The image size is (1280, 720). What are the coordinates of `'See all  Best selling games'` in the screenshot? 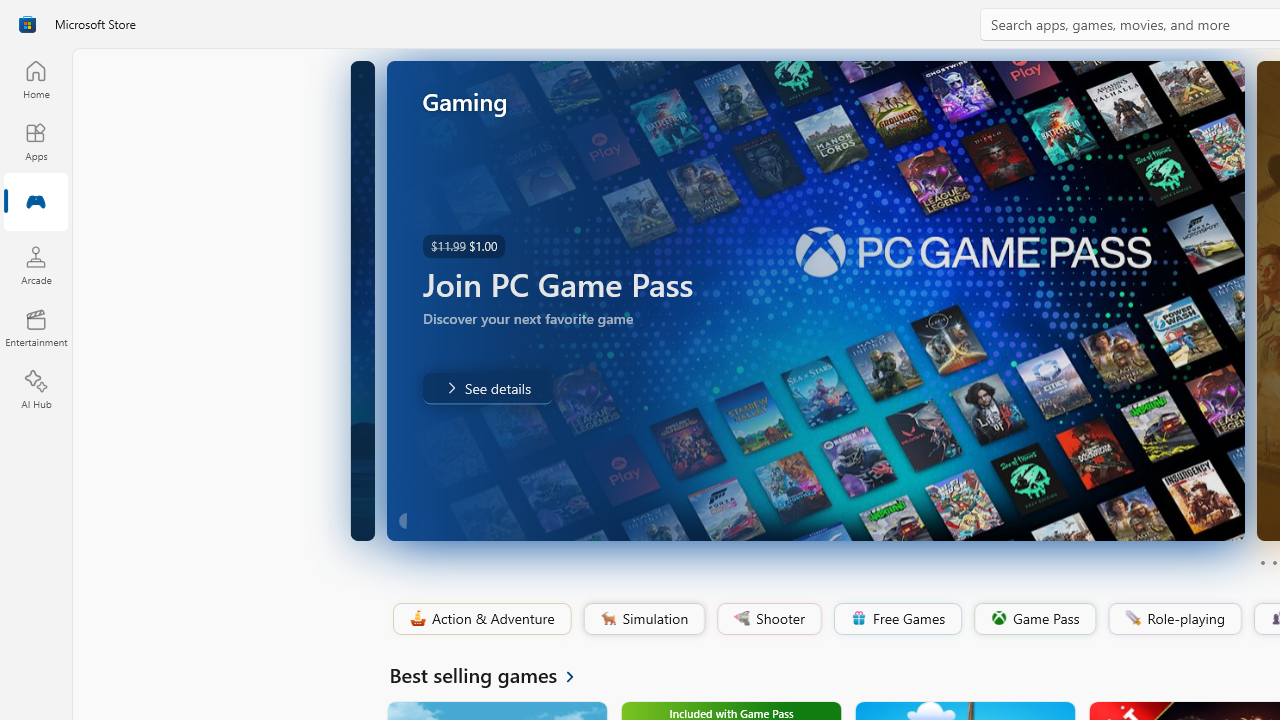 It's located at (494, 675).